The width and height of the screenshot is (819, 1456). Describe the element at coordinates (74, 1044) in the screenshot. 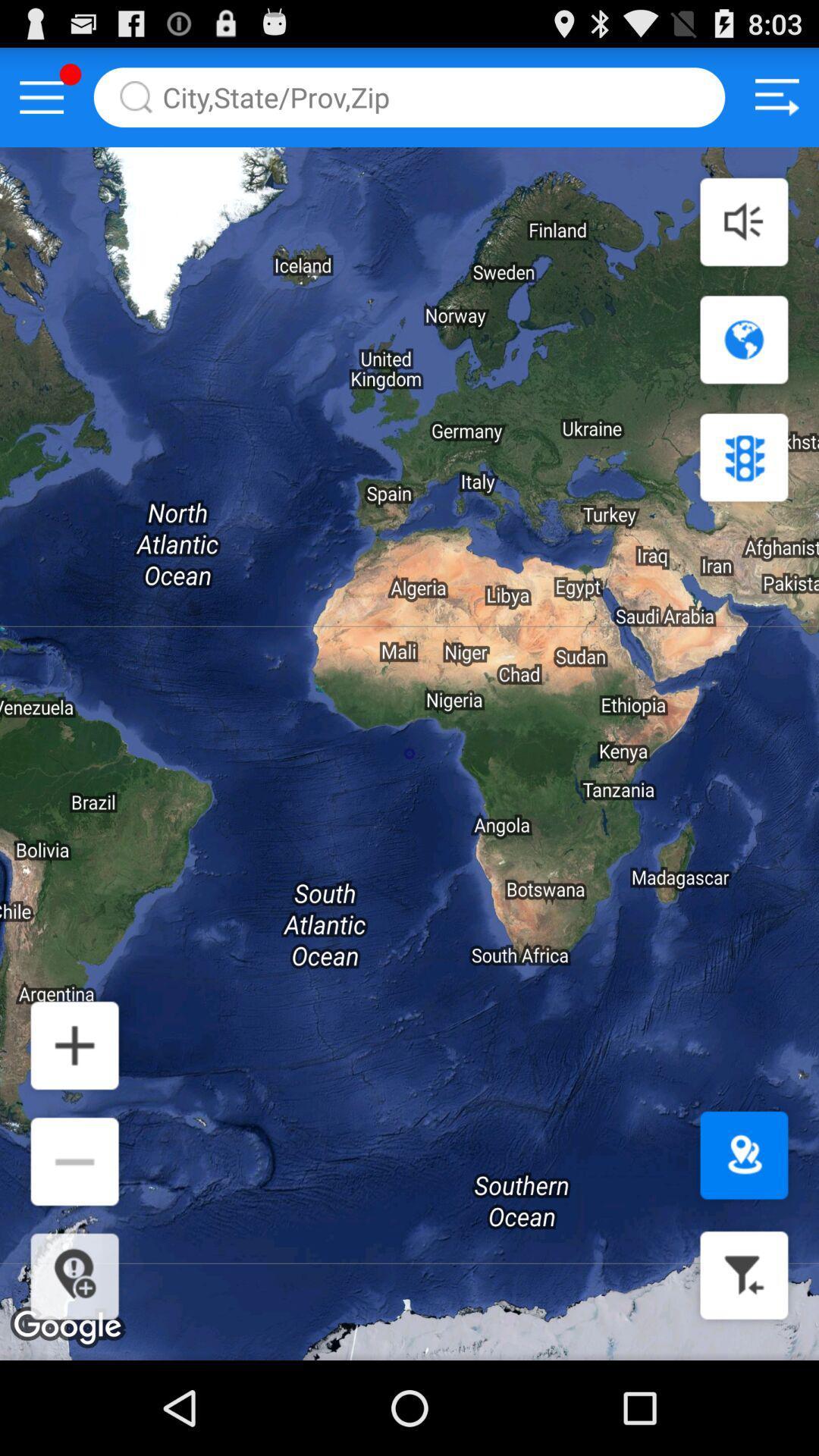

I see `the  icon at the left bottom of the page` at that location.